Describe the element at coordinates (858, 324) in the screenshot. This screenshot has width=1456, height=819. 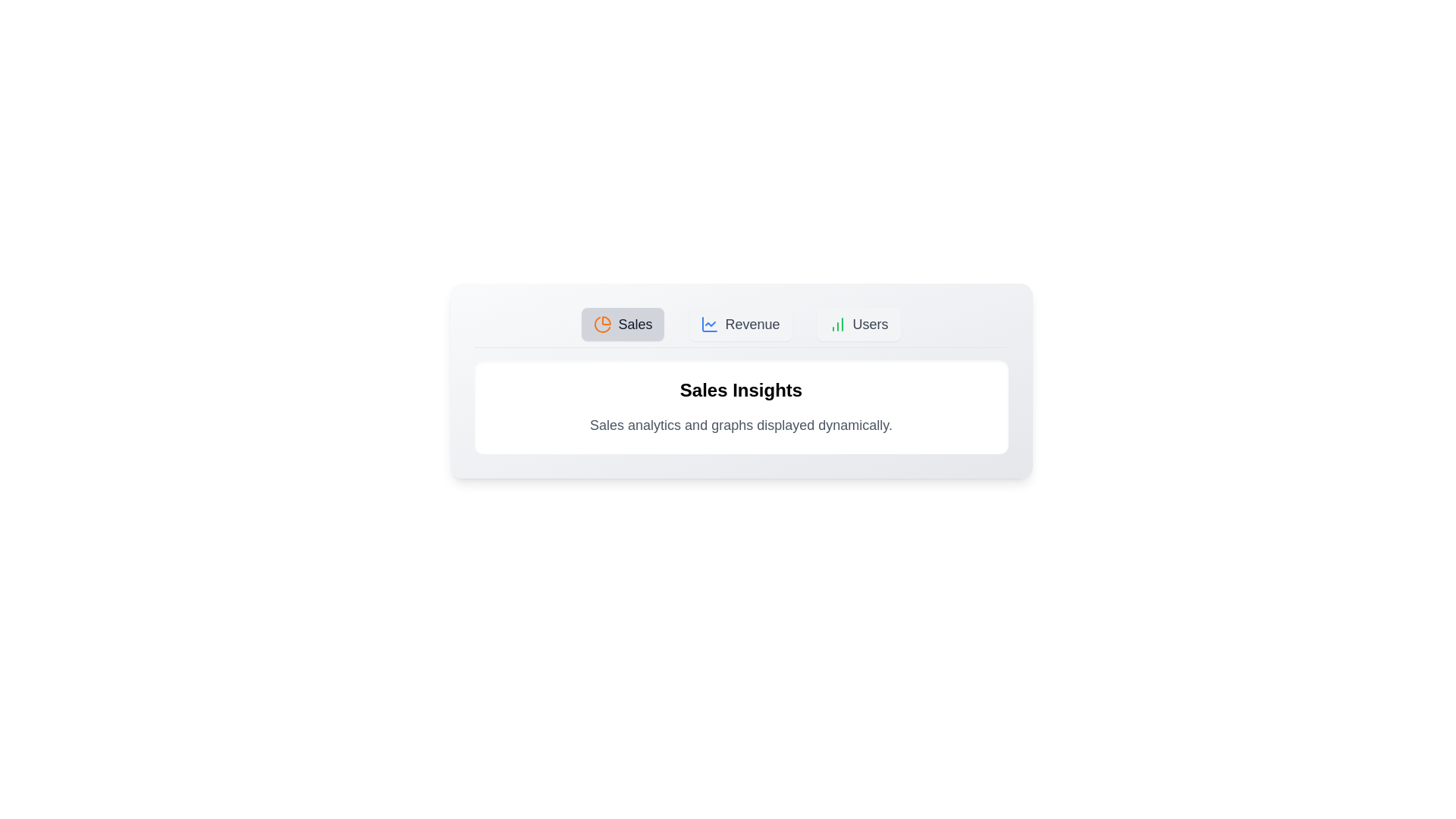
I see `the tab labeled Users` at that location.